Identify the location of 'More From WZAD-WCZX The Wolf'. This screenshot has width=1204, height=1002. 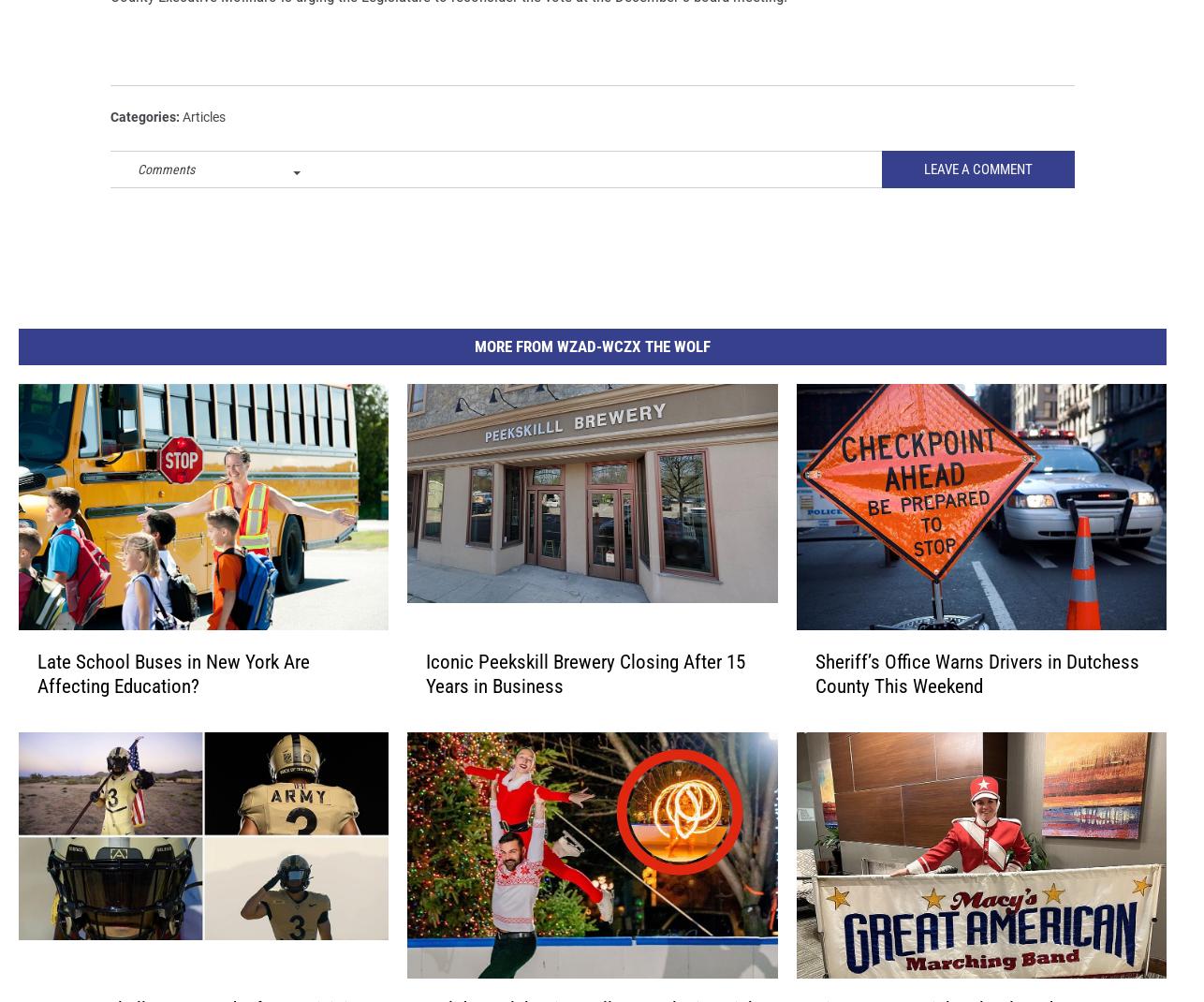
(591, 375).